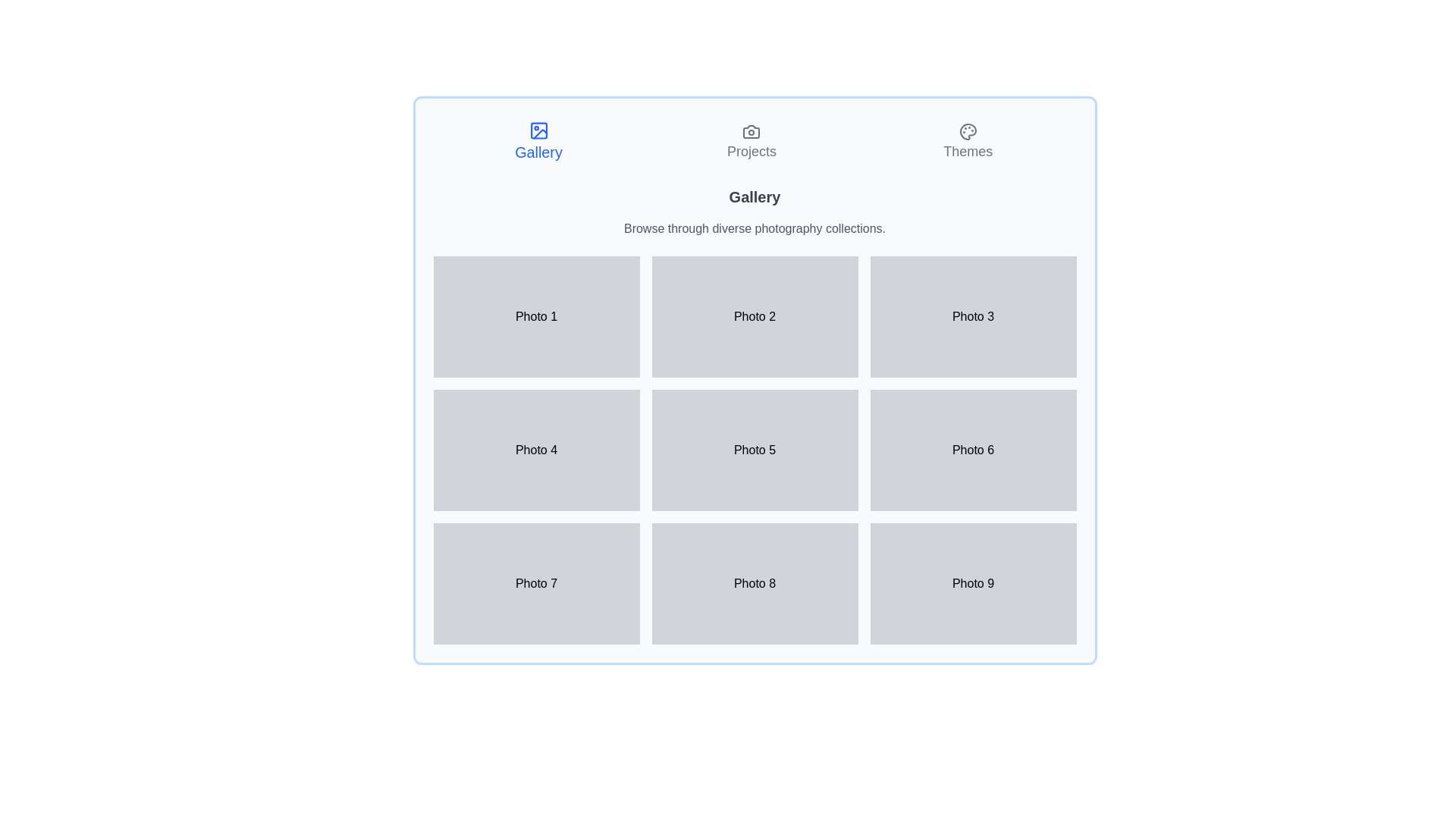  I want to click on the 'Gallery' text displayed in a bold blue font within a button structure in the horizontal navigation bar, so click(538, 152).